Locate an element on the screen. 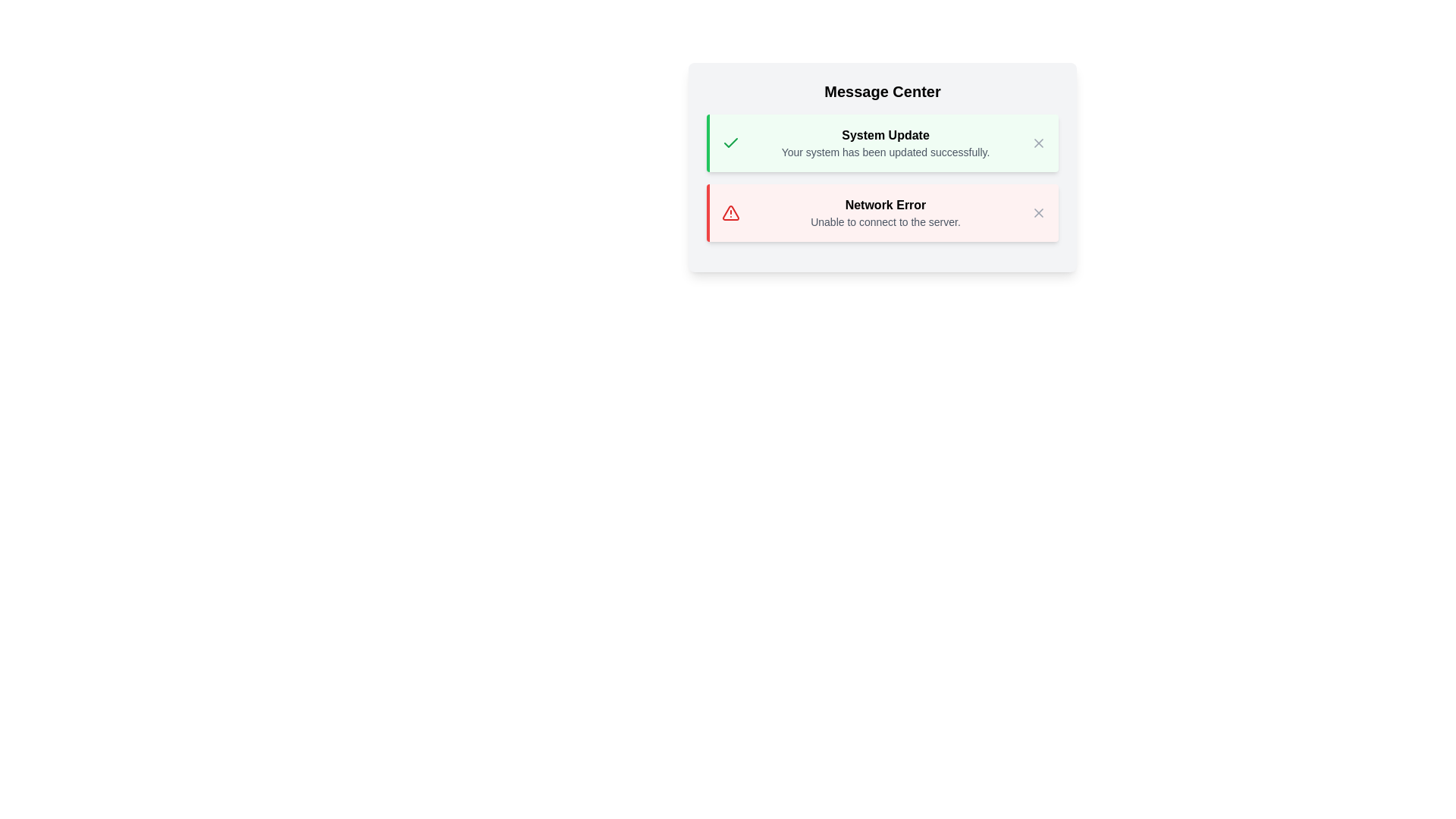 Image resolution: width=1456 pixels, height=819 pixels. the green checkmark icon located in the 'System Update' section of the 'Message Center' interface is located at coordinates (731, 143).